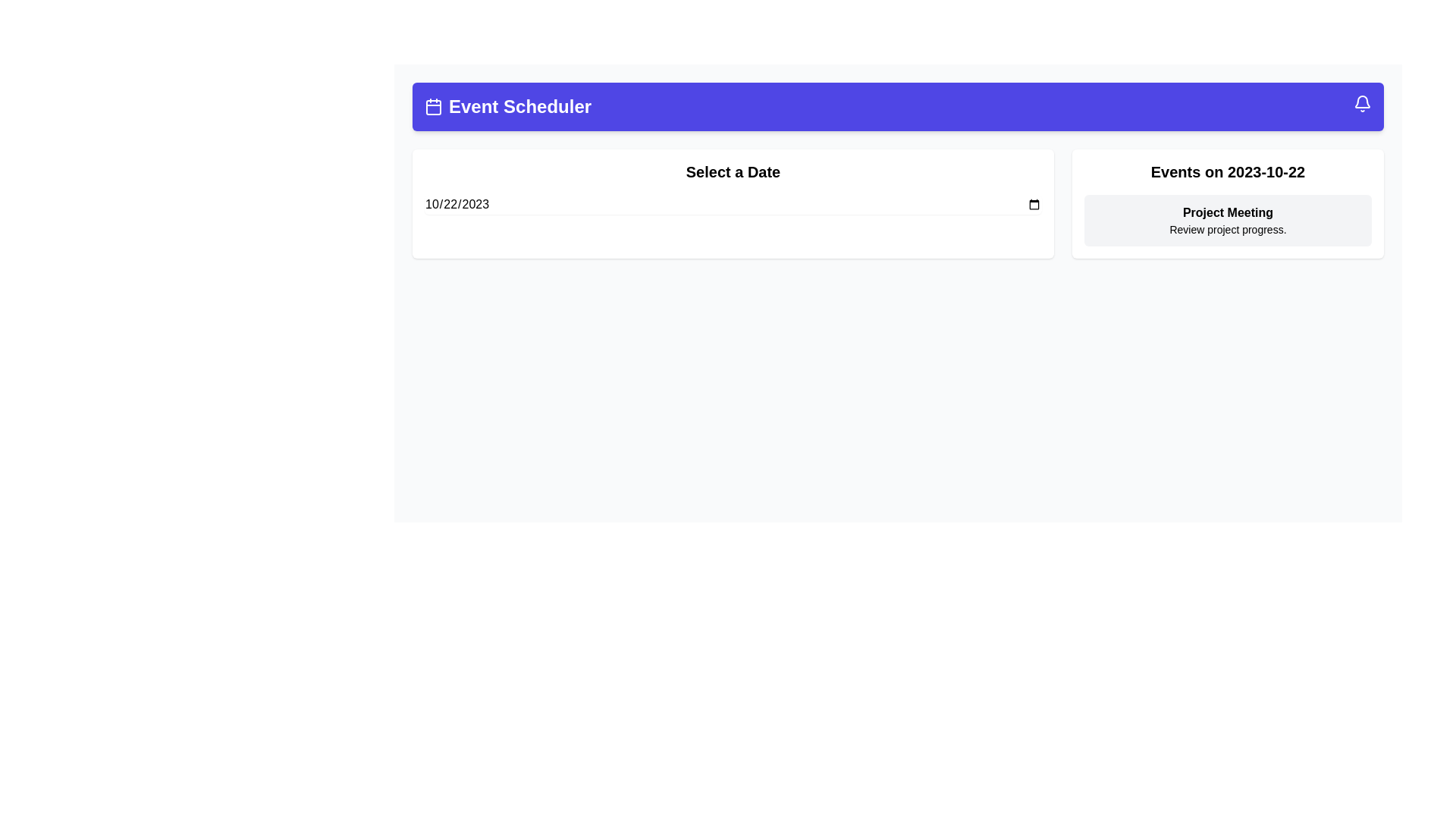 This screenshot has width=1456, height=819. What do you see at coordinates (733, 205) in the screenshot?
I see `the Date input field located under the 'Select a Date' title to focus on it` at bounding box center [733, 205].